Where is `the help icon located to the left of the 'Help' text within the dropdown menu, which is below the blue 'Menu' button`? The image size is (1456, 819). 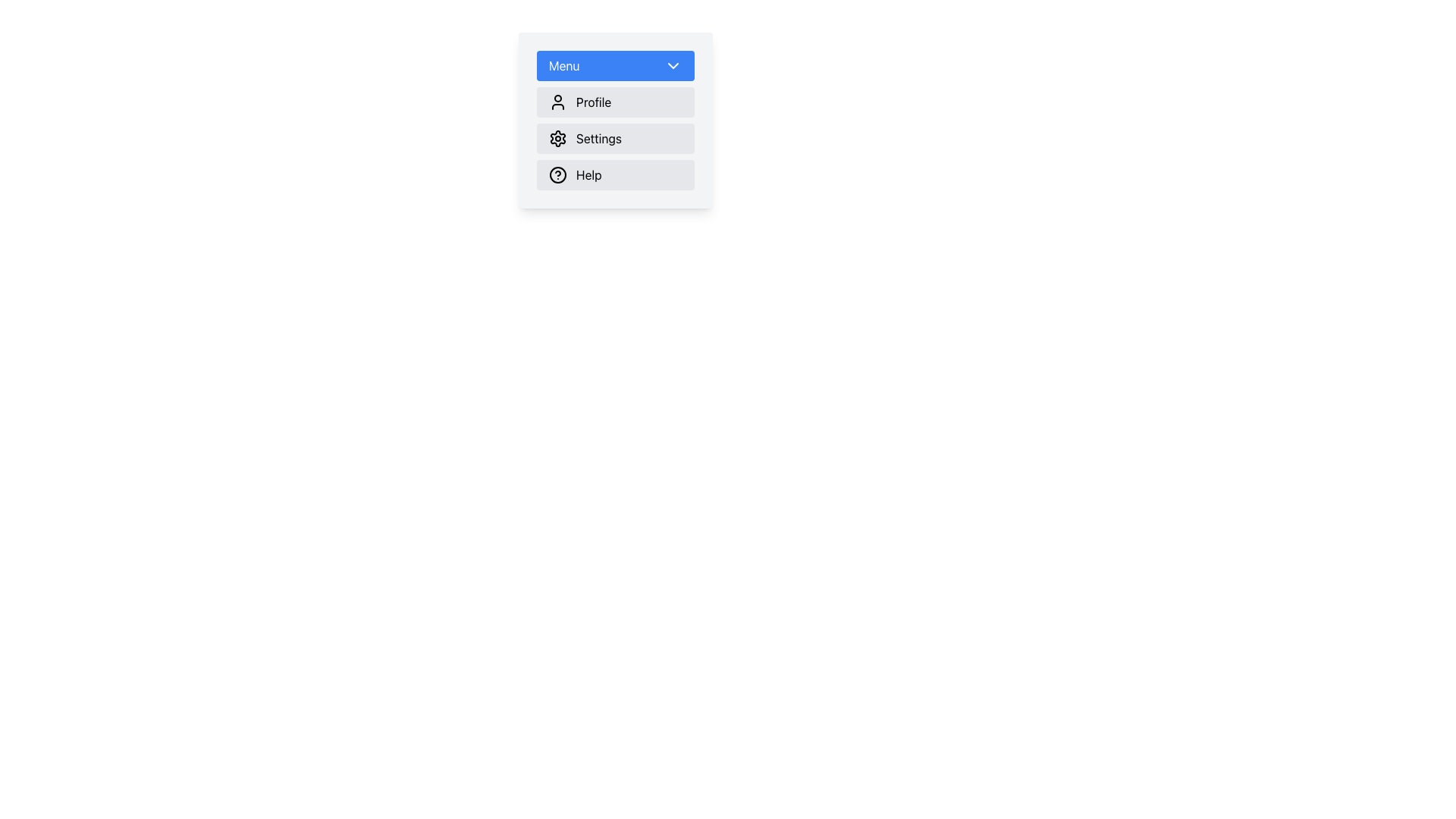
the help icon located to the left of the 'Help' text within the dropdown menu, which is below the blue 'Menu' button is located at coordinates (557, 174).